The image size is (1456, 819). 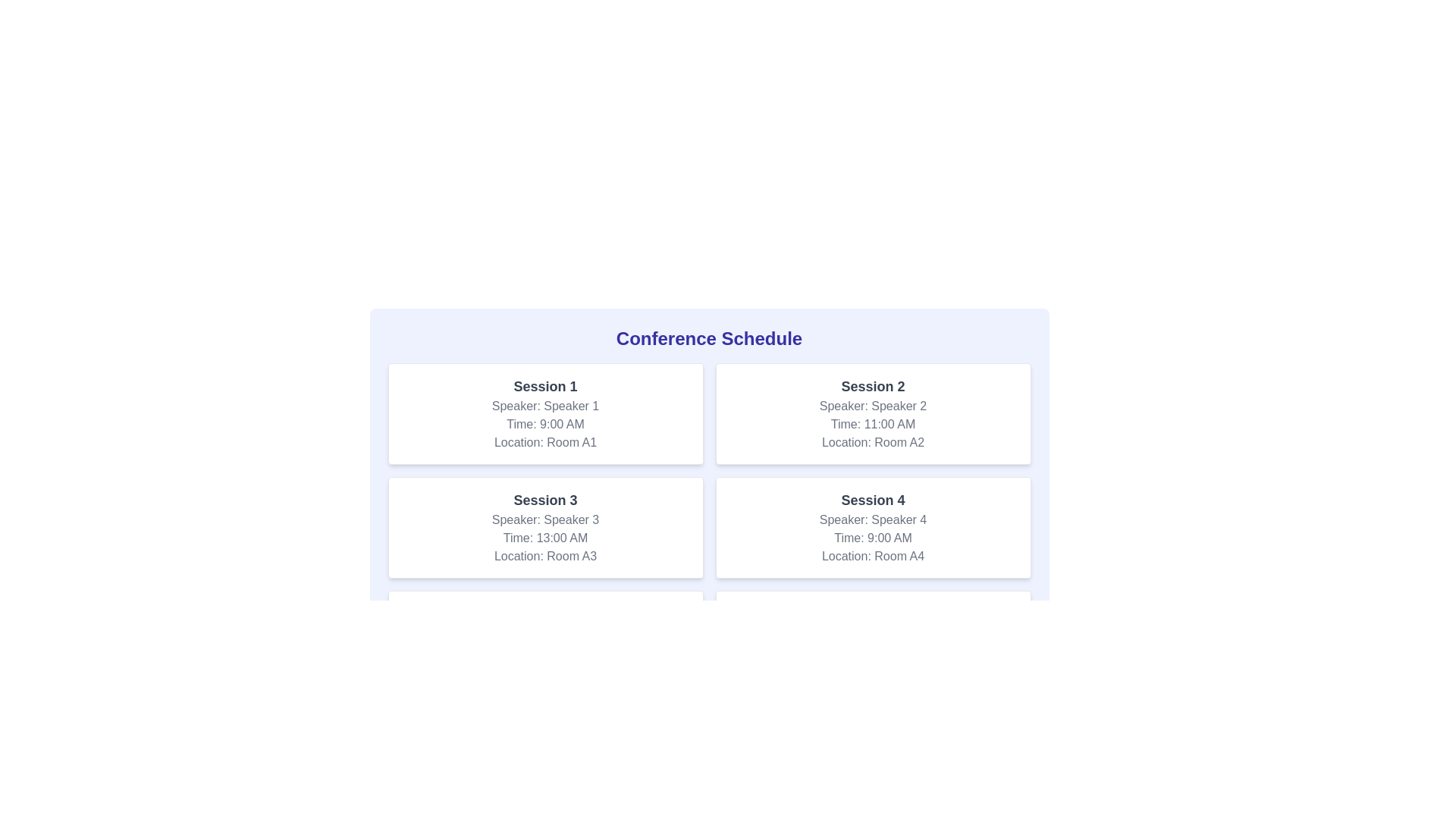 I want to click on the header text indicating the purpose of the section that contains the schedule of conference sessions, so click(x=708, y=338).